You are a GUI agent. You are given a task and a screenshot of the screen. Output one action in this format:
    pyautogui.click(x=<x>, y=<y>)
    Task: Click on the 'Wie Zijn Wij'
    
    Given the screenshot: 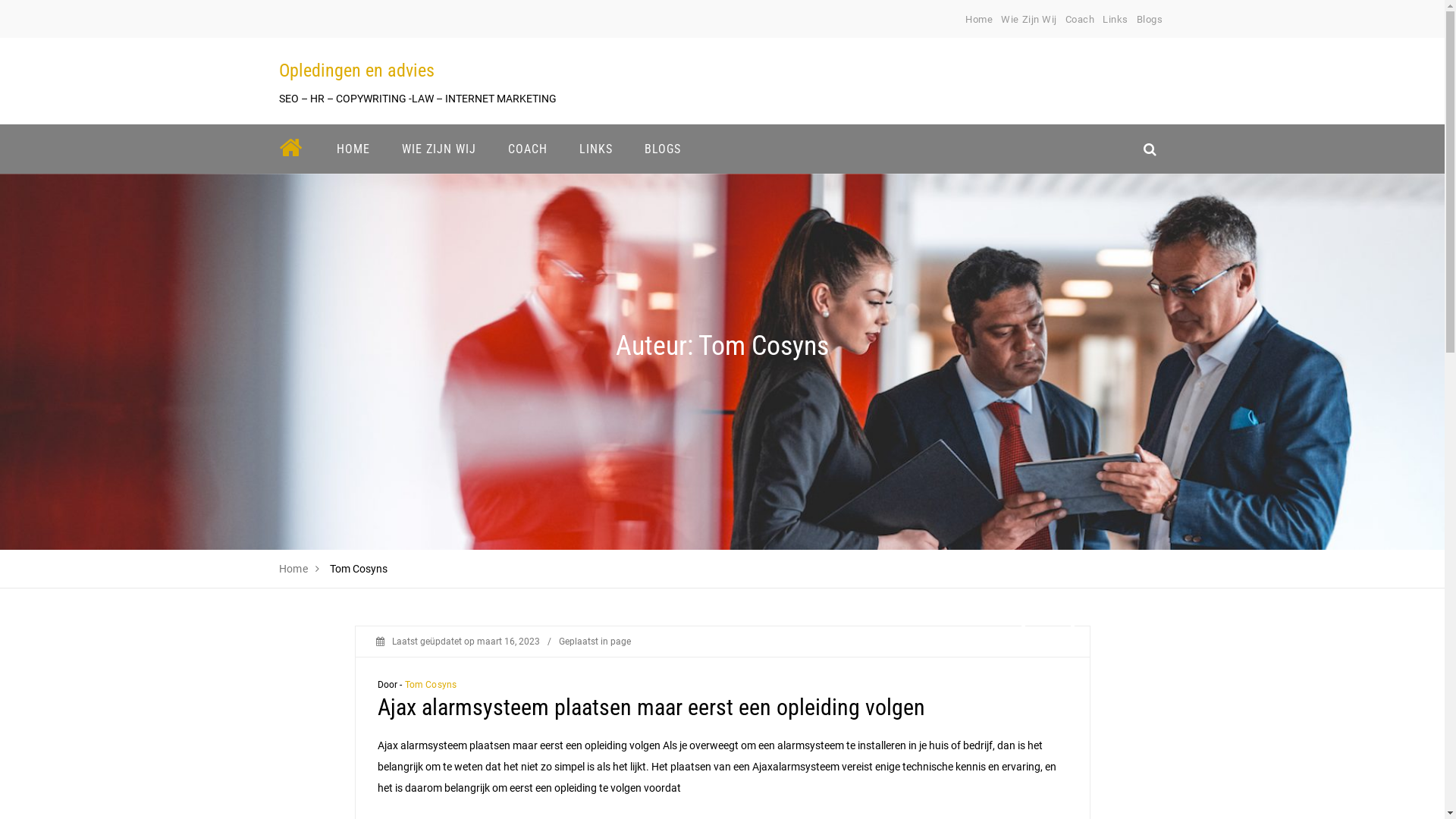 What is the action you would take?
    pyautogui.click(x=1028, y=19)
    